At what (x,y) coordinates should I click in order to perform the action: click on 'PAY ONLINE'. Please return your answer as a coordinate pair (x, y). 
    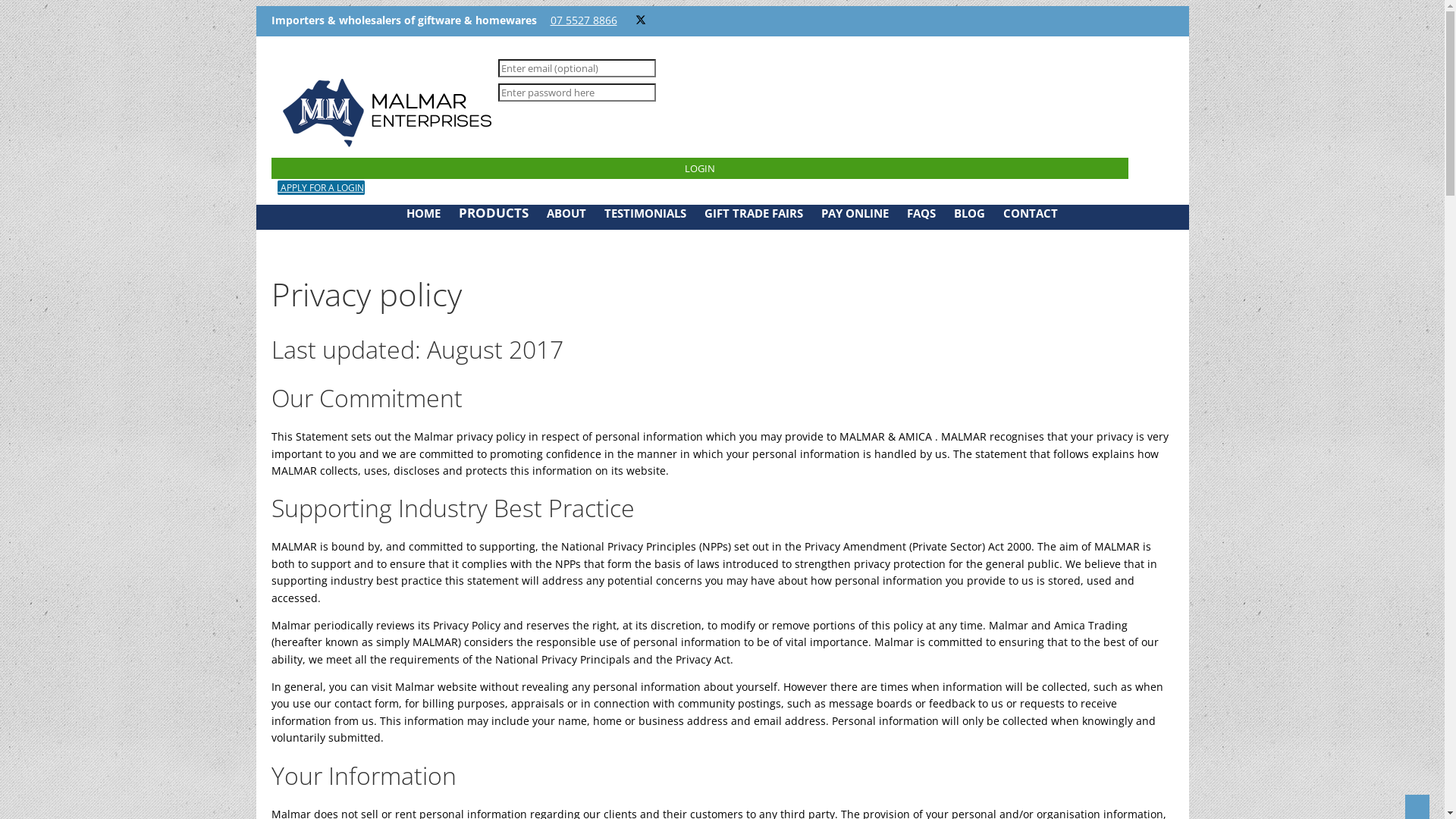
    Looking at the image, I should click on (854, 213).